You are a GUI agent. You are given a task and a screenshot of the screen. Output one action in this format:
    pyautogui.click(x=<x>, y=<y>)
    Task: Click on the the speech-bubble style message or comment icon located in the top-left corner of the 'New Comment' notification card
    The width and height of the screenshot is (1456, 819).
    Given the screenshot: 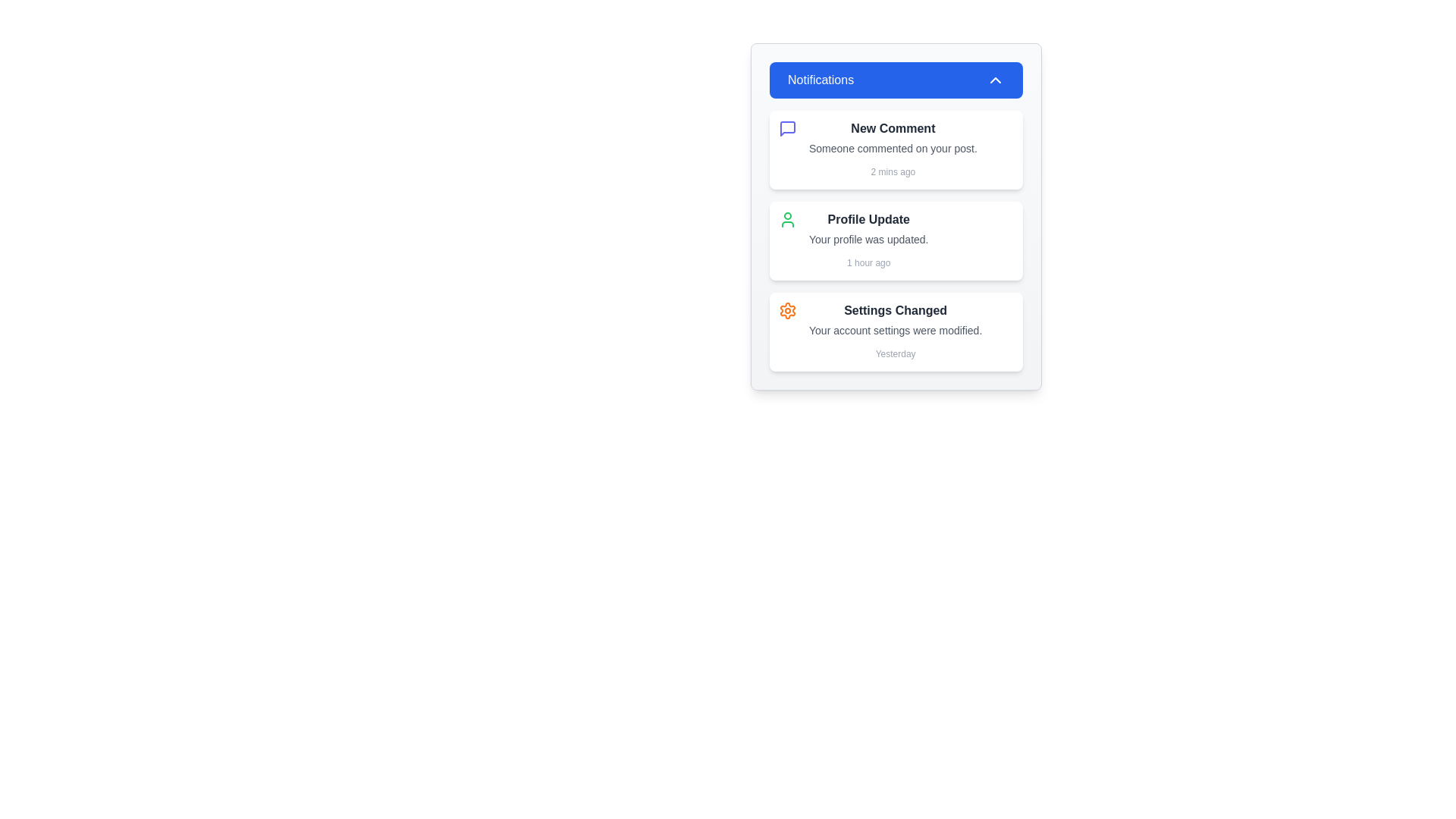 What is the action you would take?
    pyautogui.click(x=787, y=127)
    